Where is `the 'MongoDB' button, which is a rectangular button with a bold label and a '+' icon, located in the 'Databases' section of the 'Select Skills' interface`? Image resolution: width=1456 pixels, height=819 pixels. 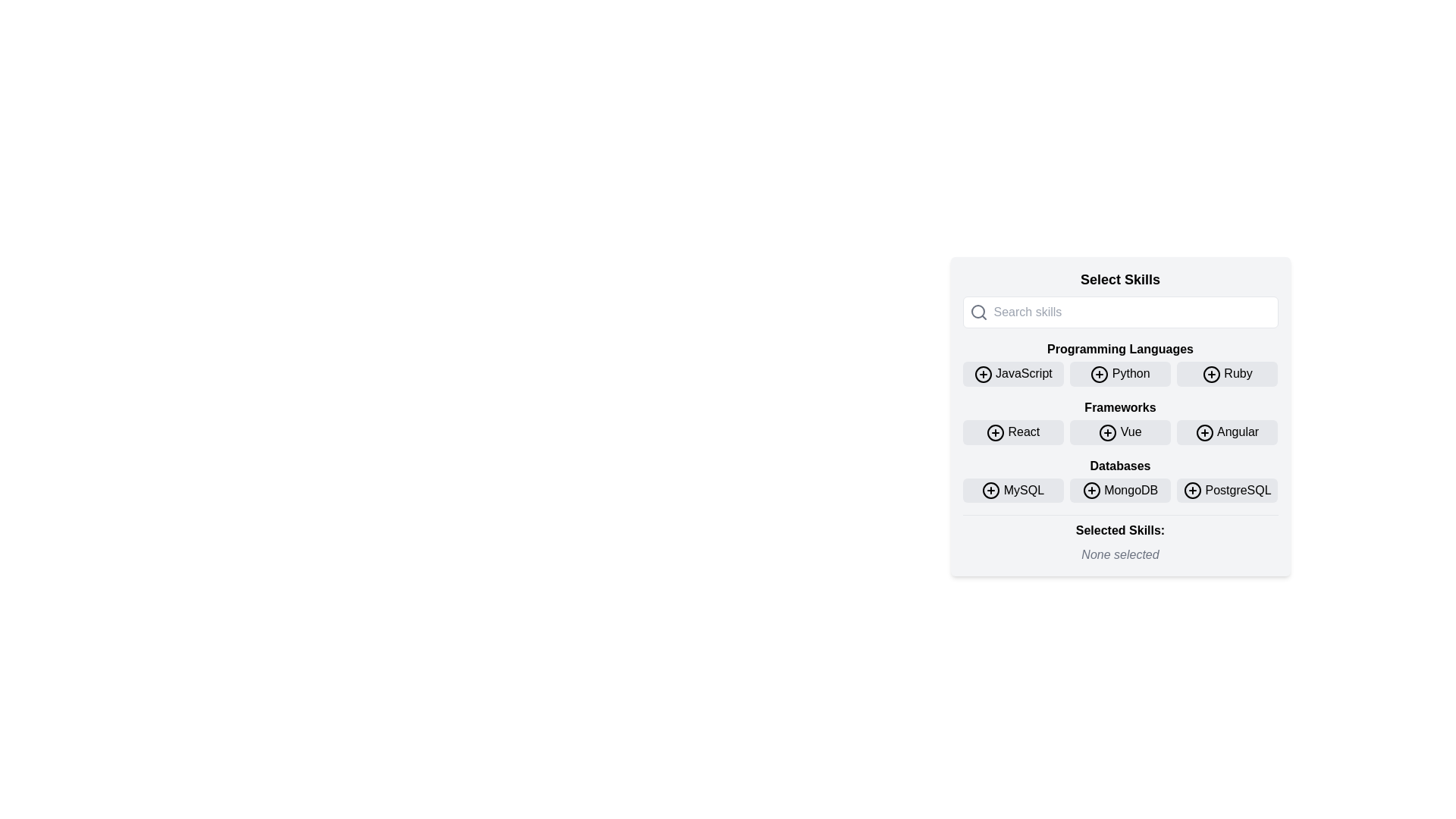
the 'MongoDB' button, which is a rectangular button with a bold label and a '+' icon, located in the 'Databases' section of the 'Select Skills' interface is located at coordinates (1120, 490).